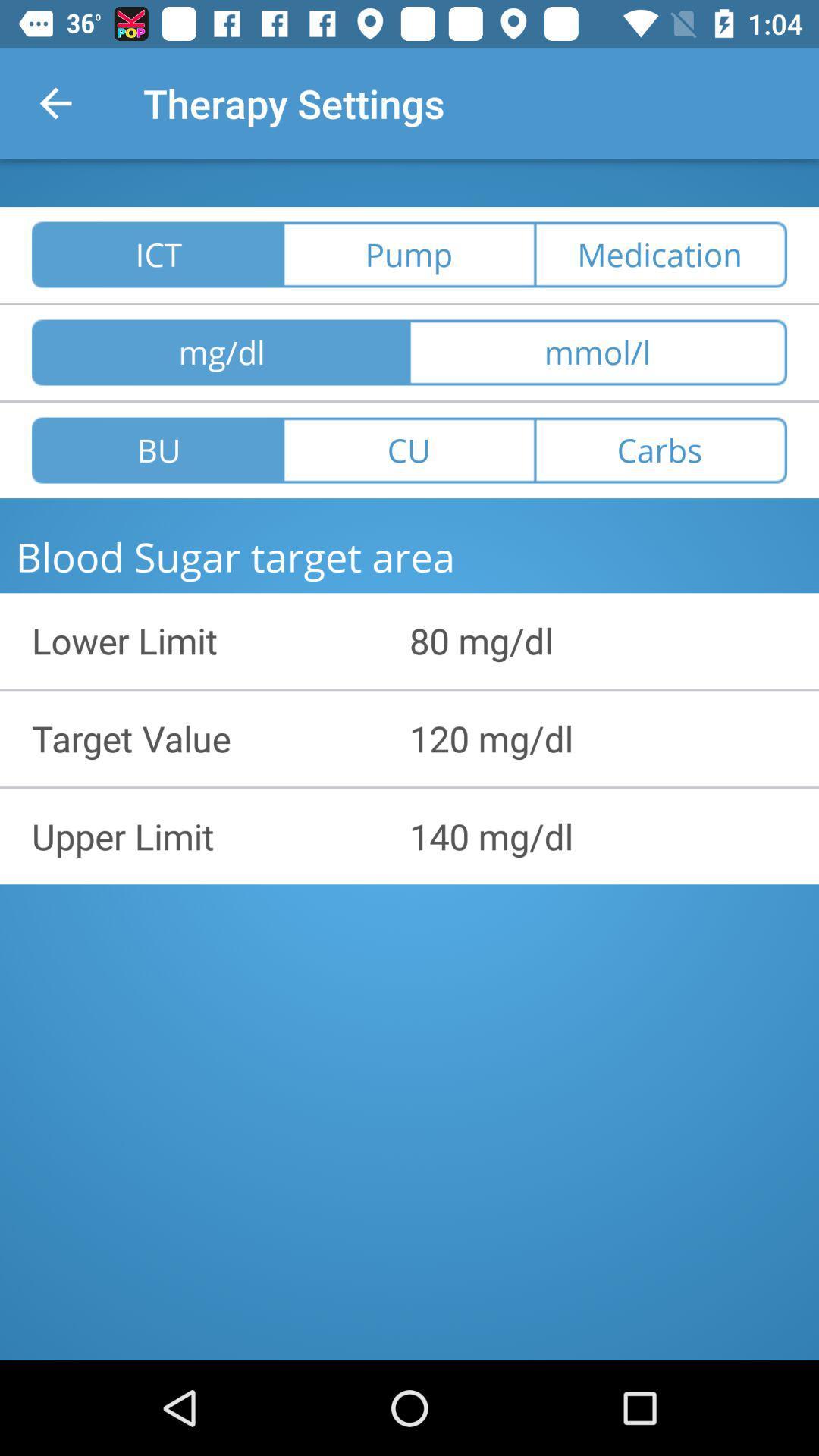 Image resolution: width=819 pixels, height=1456 pixels. What do you see at coordinates (660, 255) in the screenshot?
I see `the medication option` at bounding box center [660, 255].